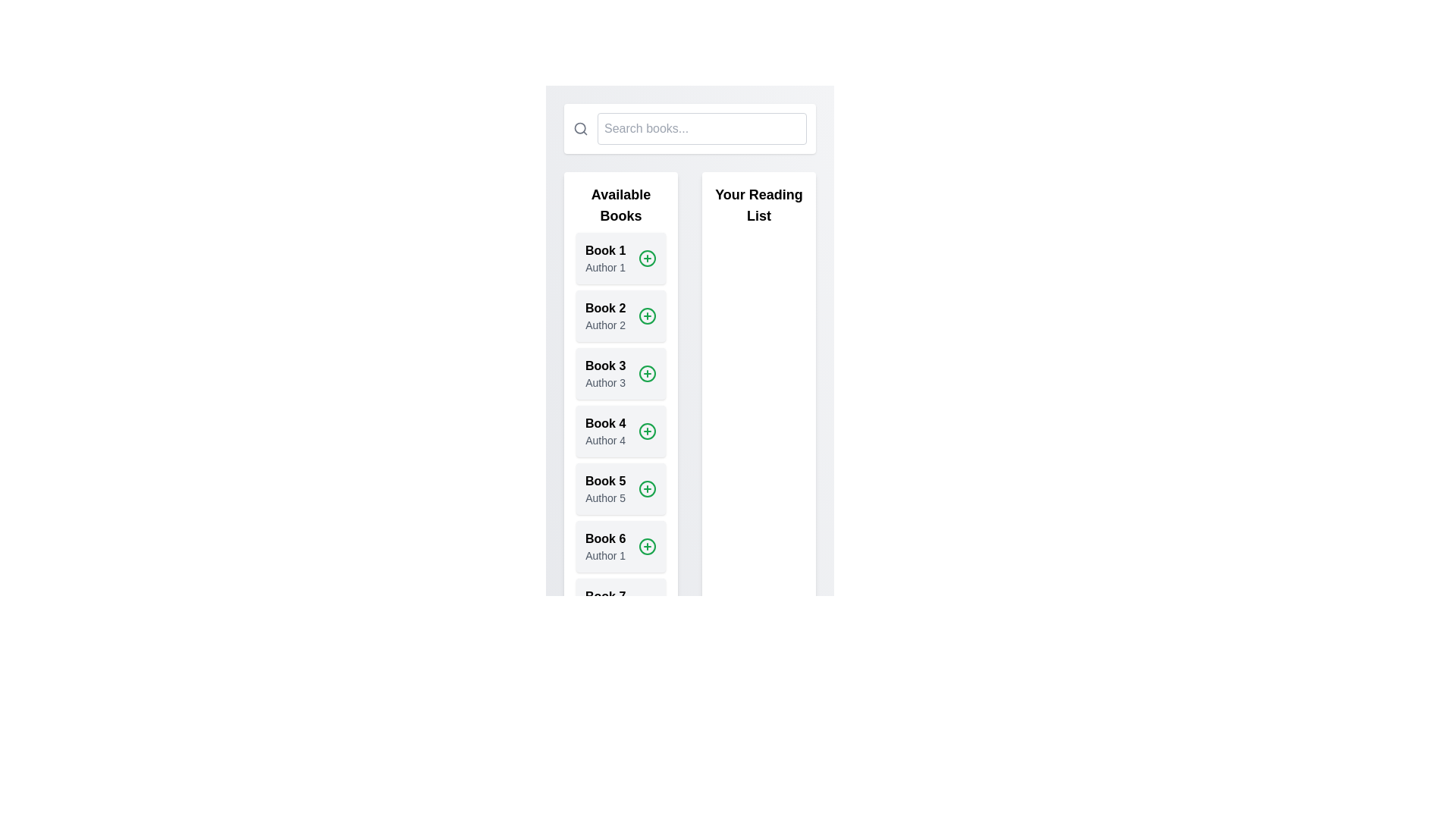 The image size is (1456, 819). I want to click on the bold-styled text label reading 'Book 1', which is the first item in the 'Available Books' list, so click(604, 250).